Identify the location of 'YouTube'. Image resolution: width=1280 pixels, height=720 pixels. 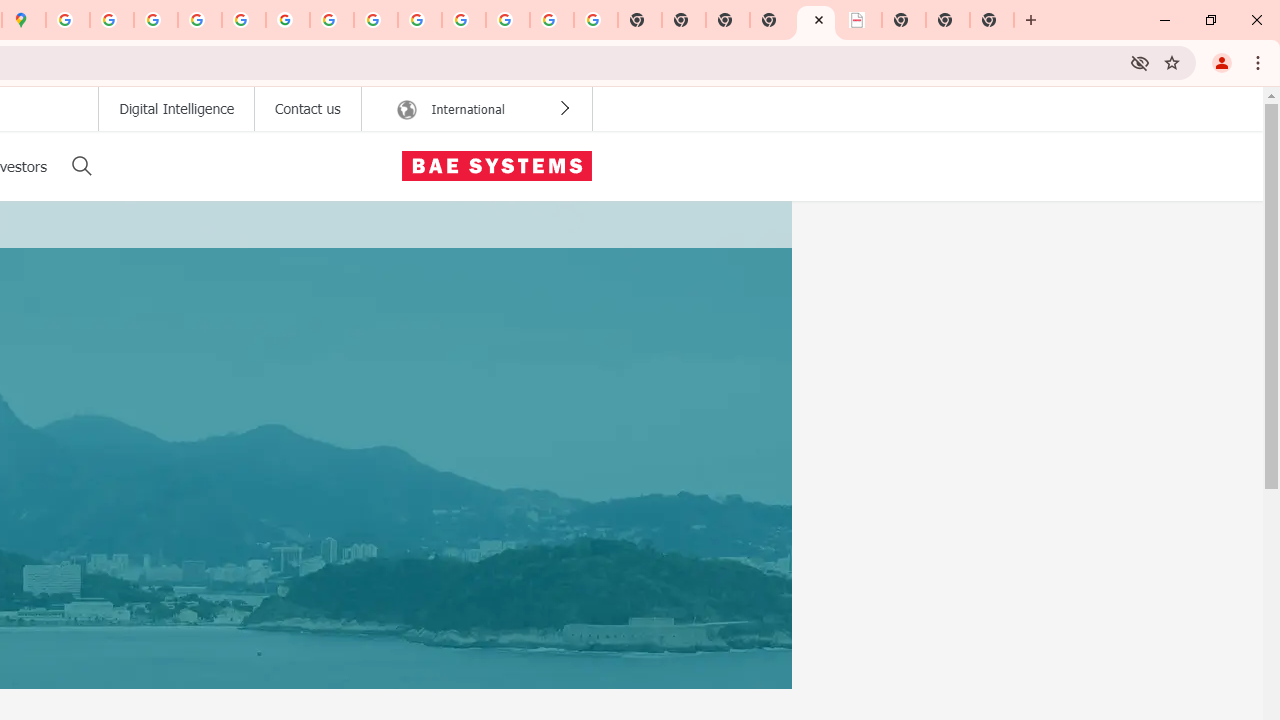
(332, 20).